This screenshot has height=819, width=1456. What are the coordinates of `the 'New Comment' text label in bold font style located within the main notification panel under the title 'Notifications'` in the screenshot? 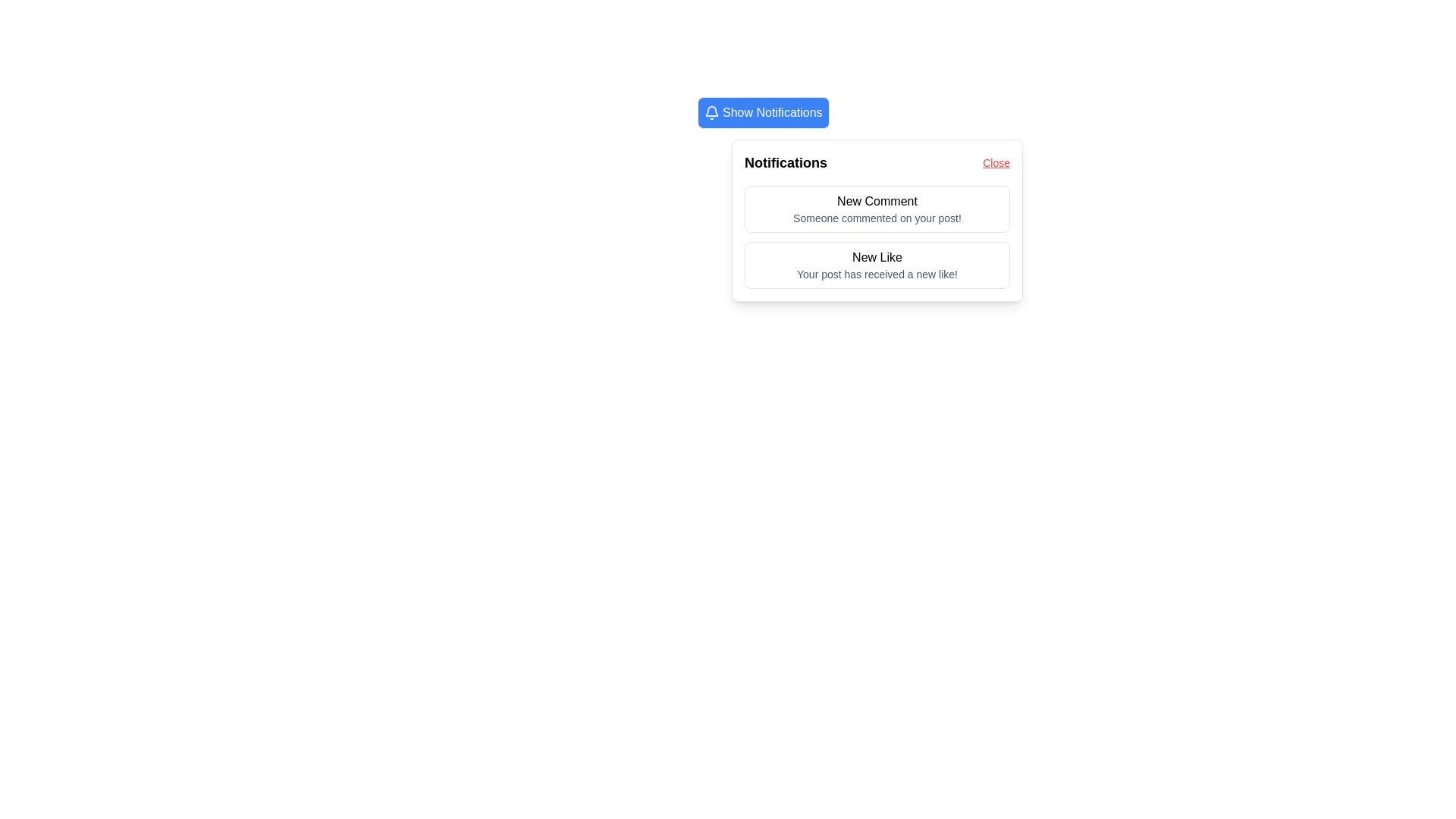 It's located at (877, 201).